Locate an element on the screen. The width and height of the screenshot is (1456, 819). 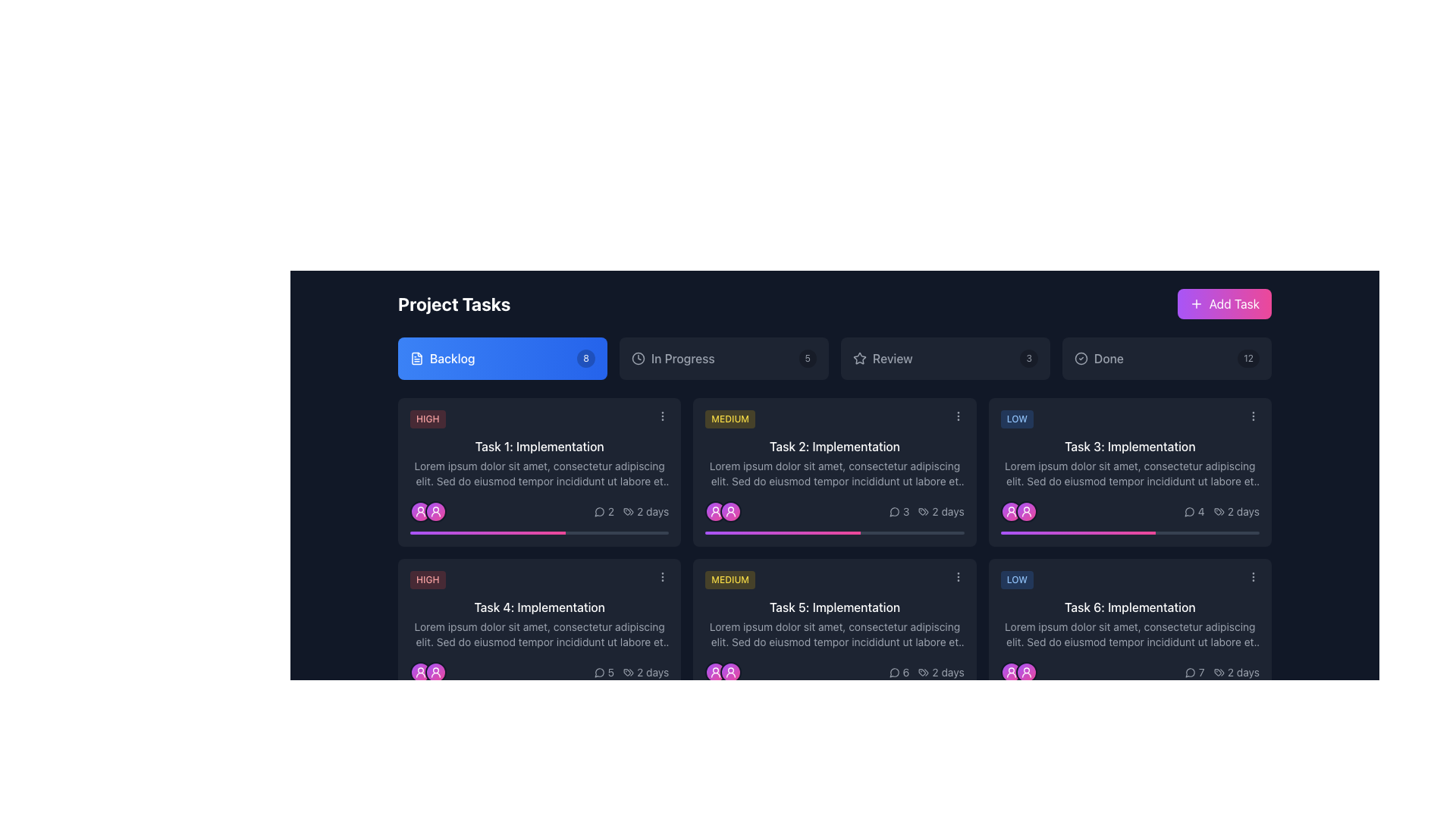
text label 'Review' located in the top right section of the navigation menu, which has a medium font weight and gray color against a dark background is located at coordinates (893, 359).